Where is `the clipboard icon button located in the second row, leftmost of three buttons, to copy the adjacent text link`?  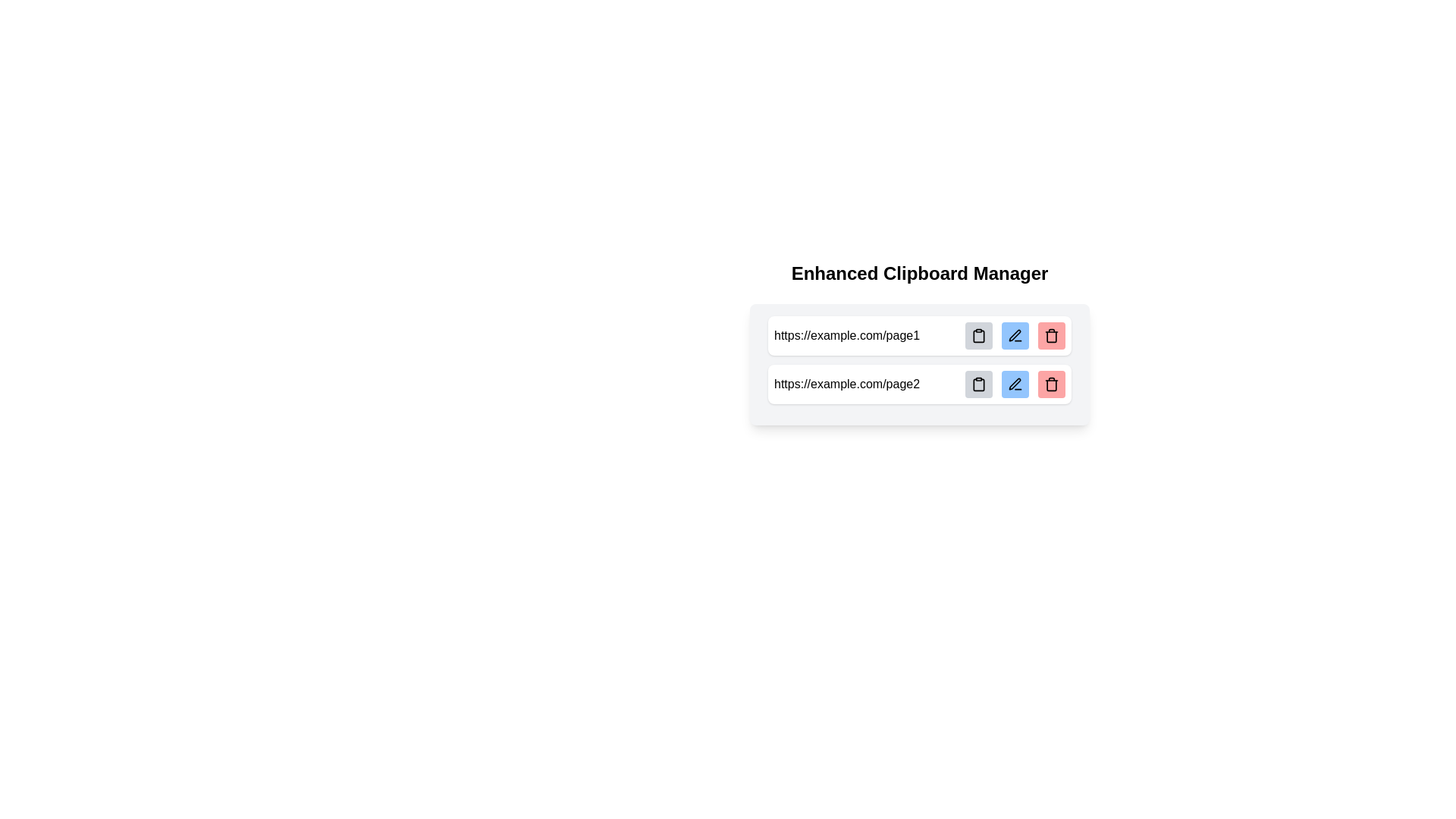
the clipboard icon button located in the second row, leftmost of three buttons, to copy the adjacent text link is located at coordinates (979, 383).